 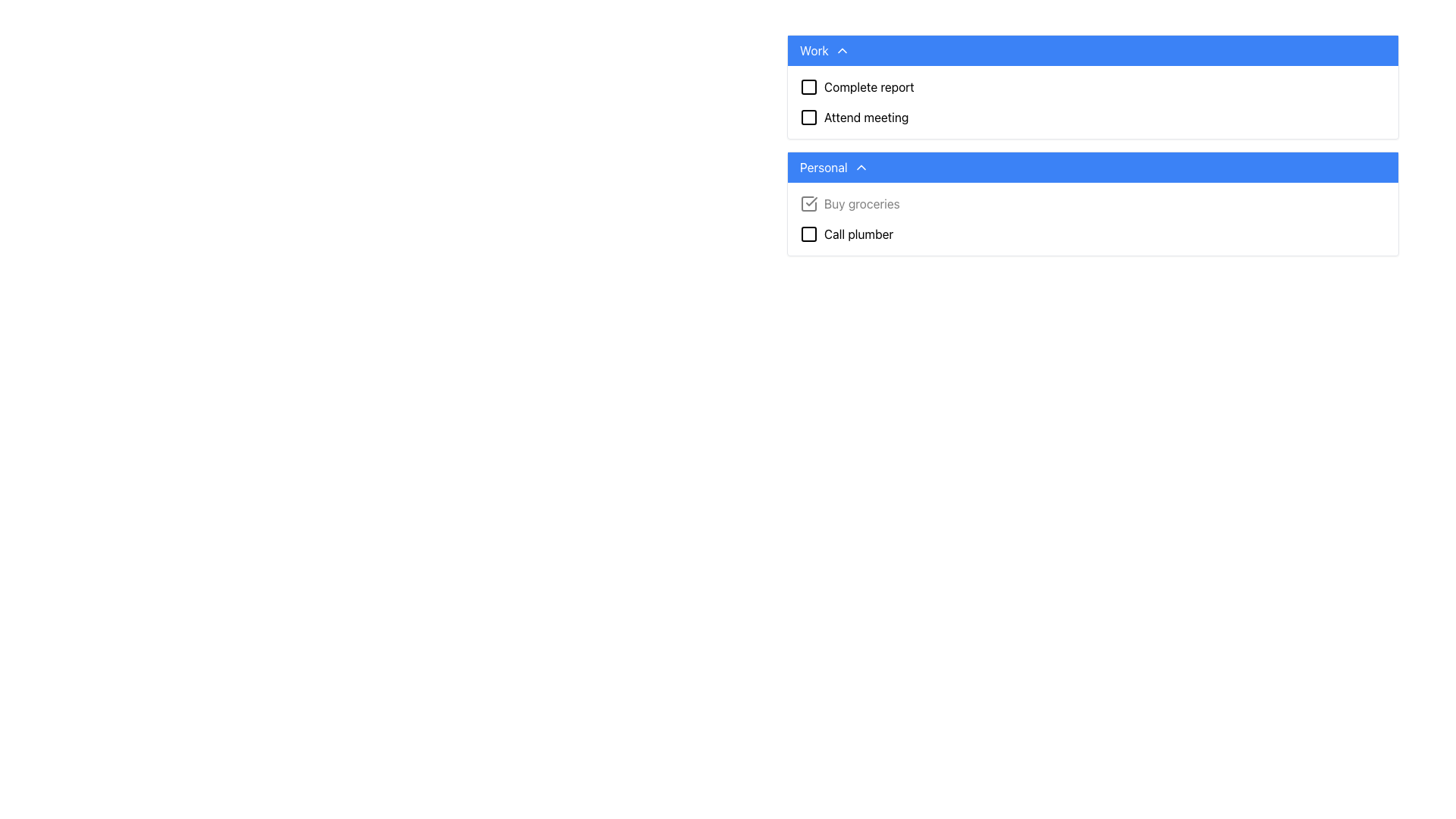 I want to click on the checkbox labeled 'Complete report' to edit the task, so click(x=1093, y=87).